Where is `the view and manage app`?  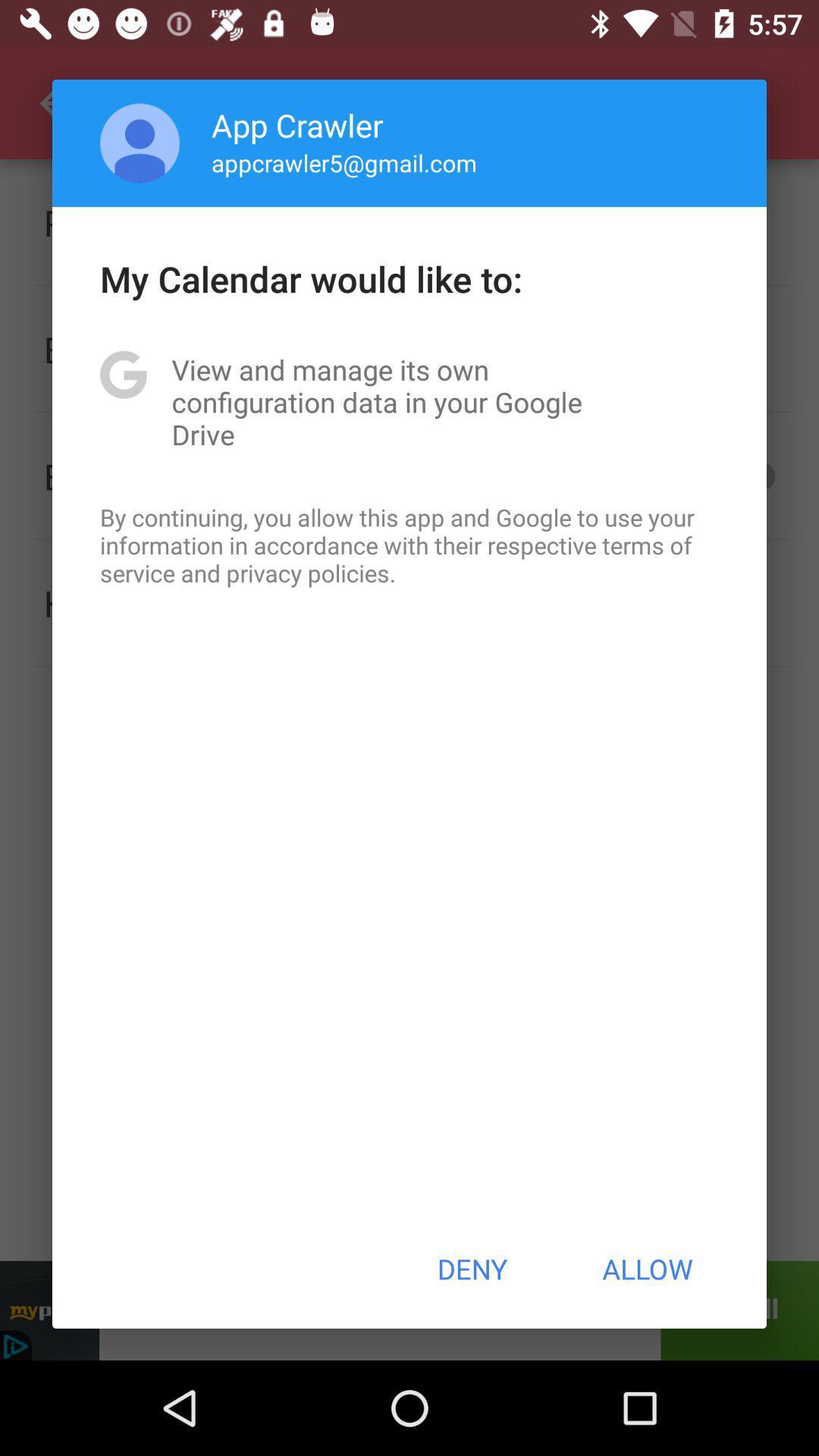
the view and manage app is located at coordinates (409, 402).